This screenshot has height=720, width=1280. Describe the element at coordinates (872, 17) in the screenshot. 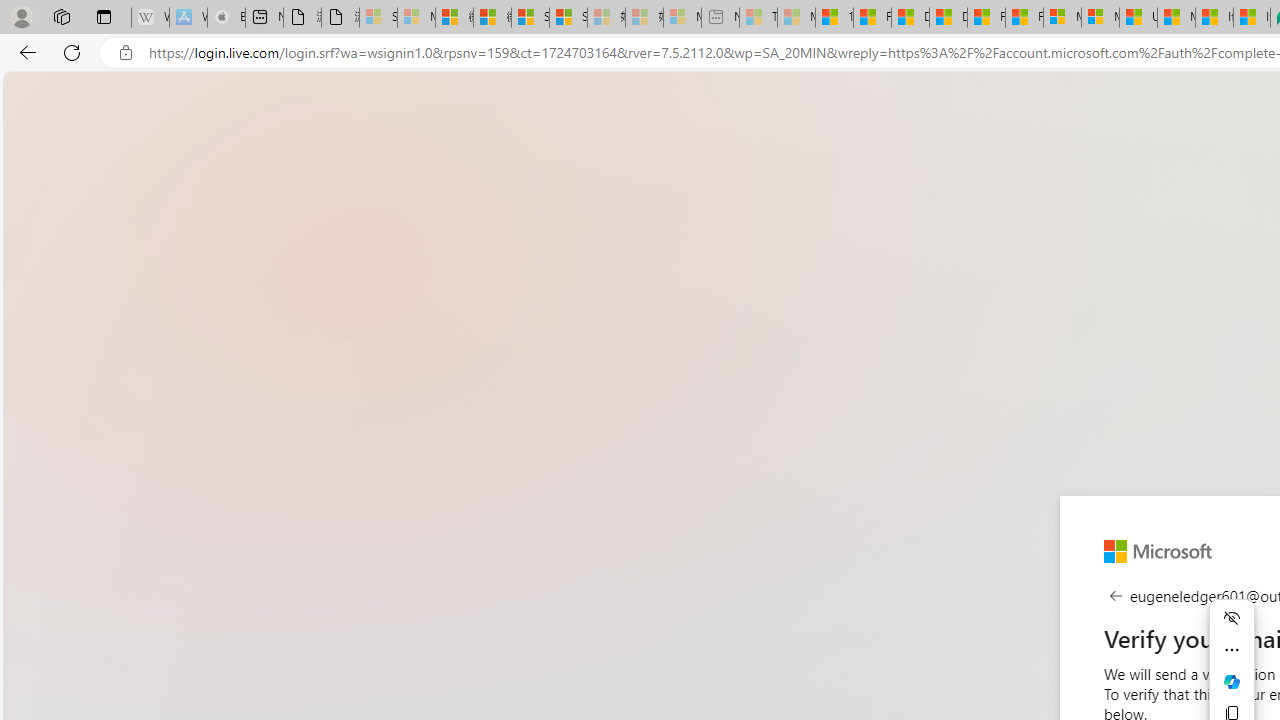

I see `'Food and Drink - MSN'` at that location.